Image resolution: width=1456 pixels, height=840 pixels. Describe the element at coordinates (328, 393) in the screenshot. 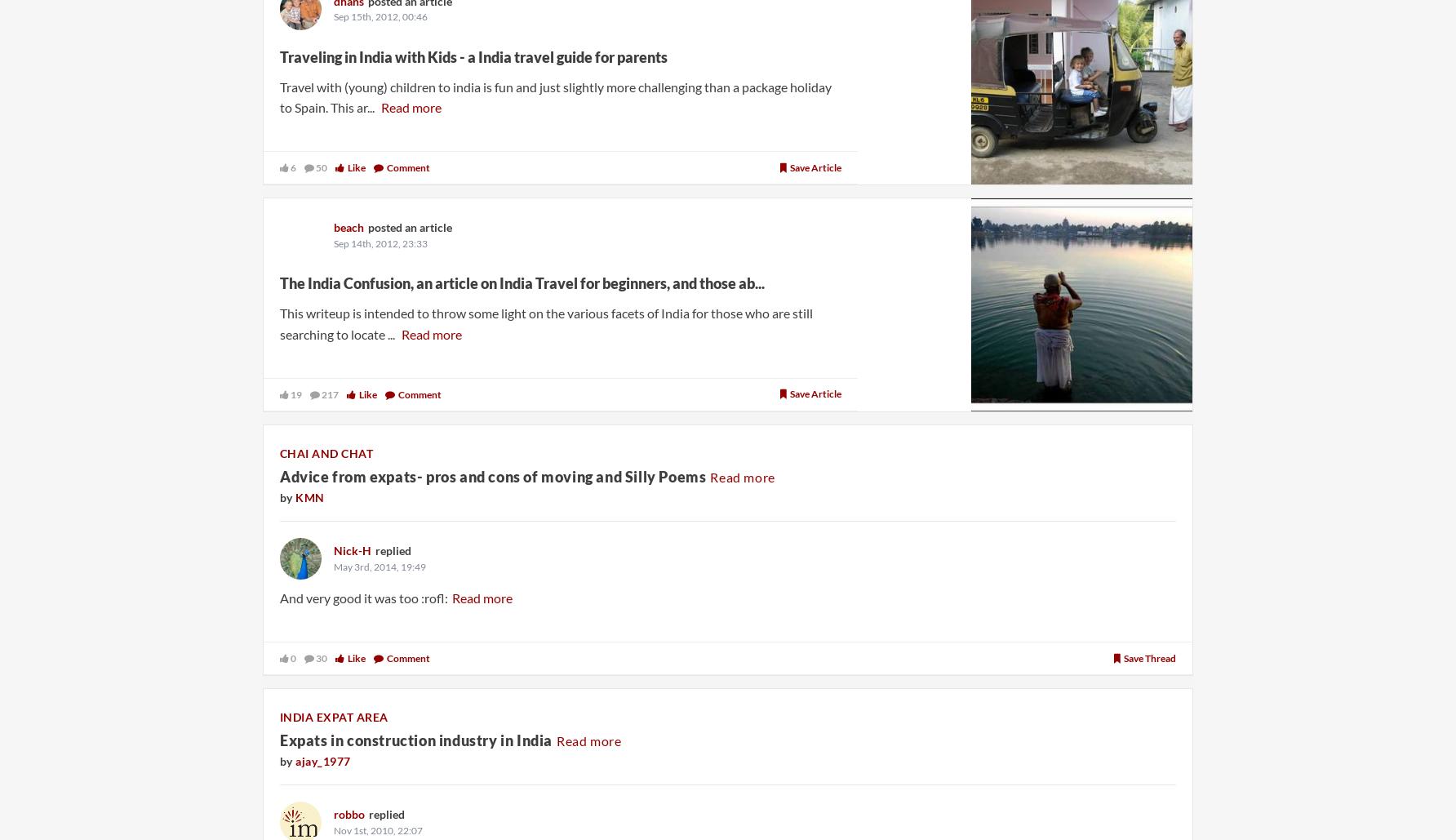

I see `'217'` at that location.